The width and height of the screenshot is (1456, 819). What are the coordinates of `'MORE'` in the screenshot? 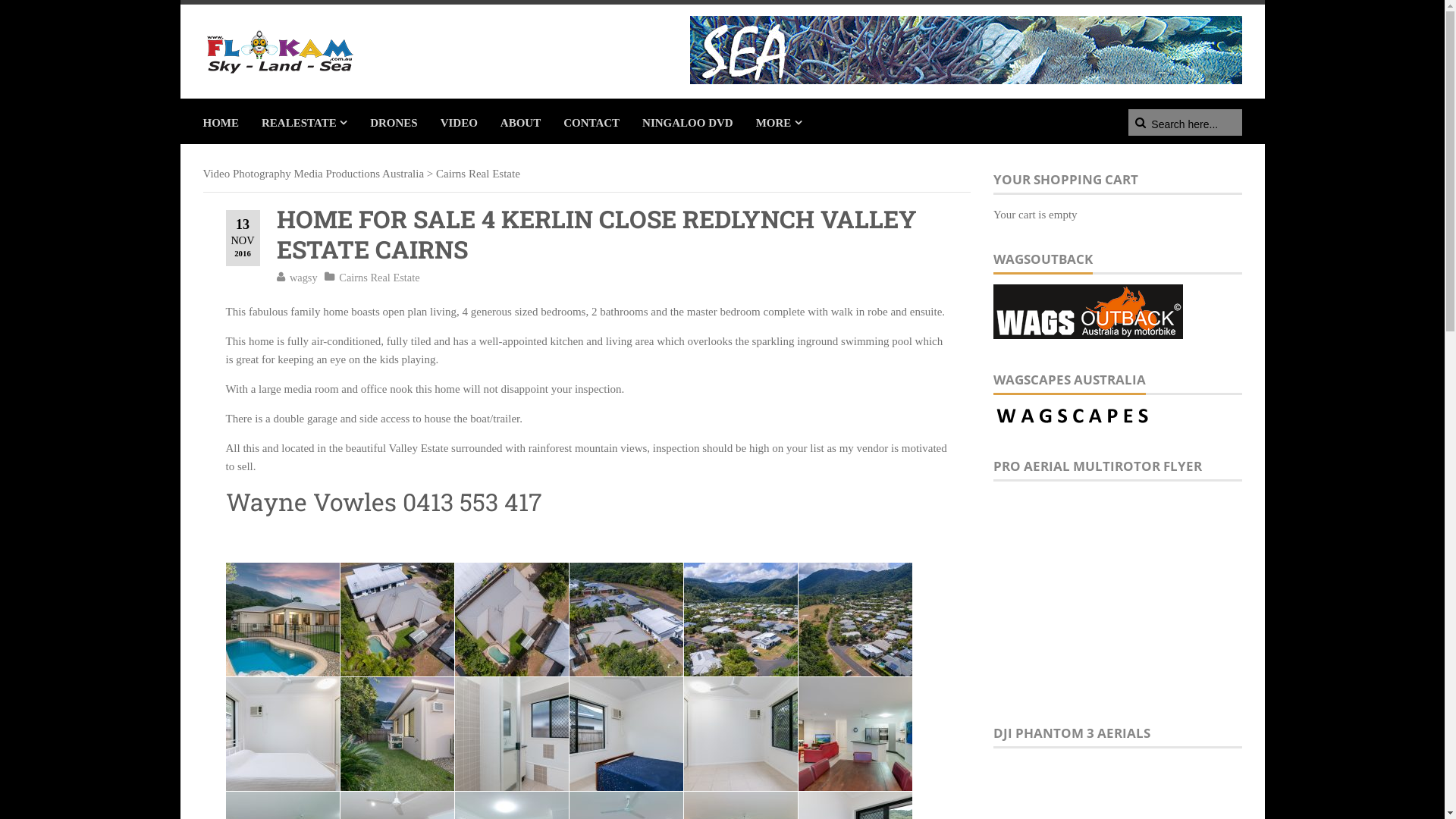 It's located at (779, 120).